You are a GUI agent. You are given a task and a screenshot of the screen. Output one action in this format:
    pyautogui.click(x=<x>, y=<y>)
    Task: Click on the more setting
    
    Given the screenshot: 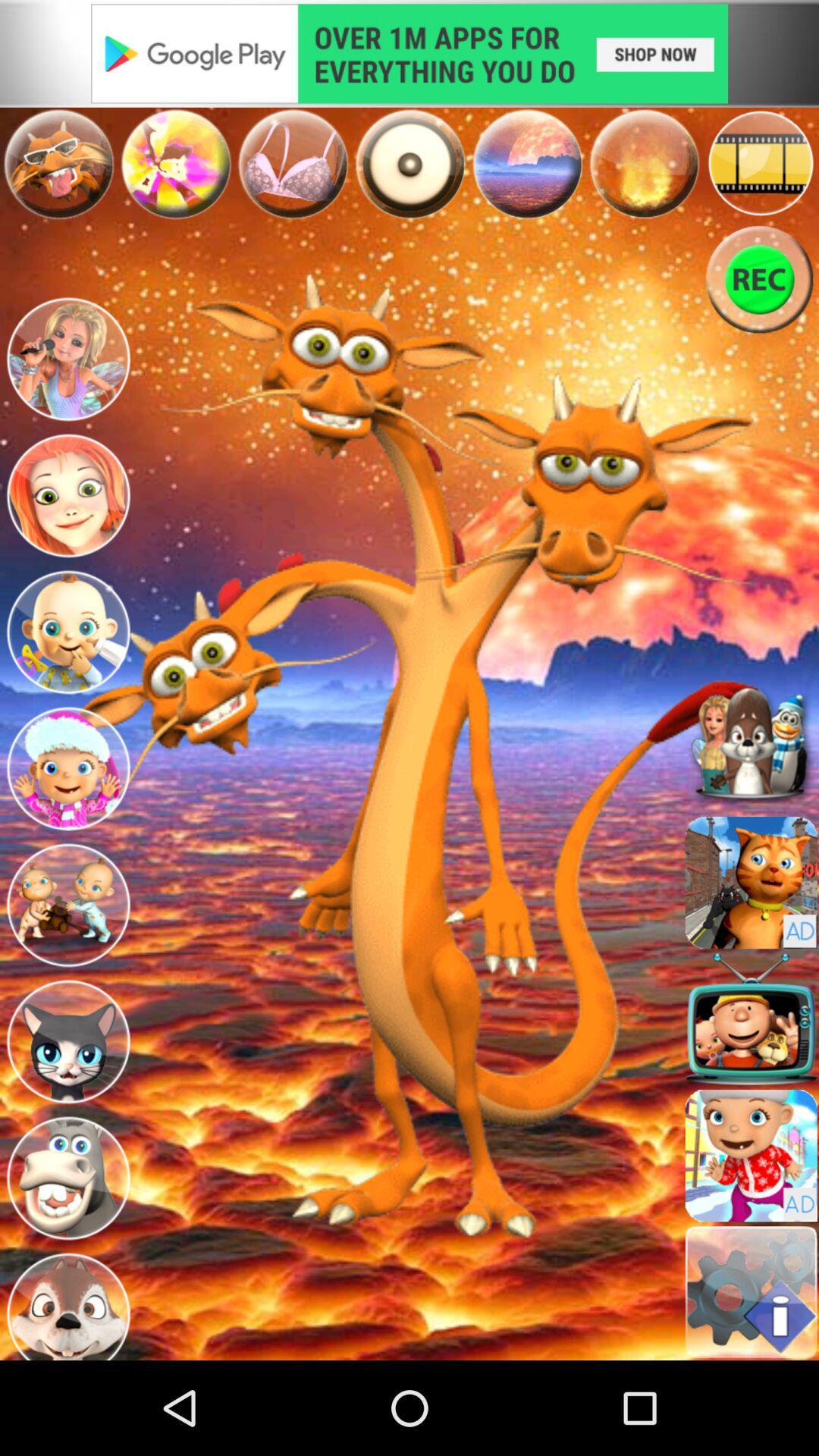 What is the action you would take?
    pyautogui.click(x=751, y=1291)
    